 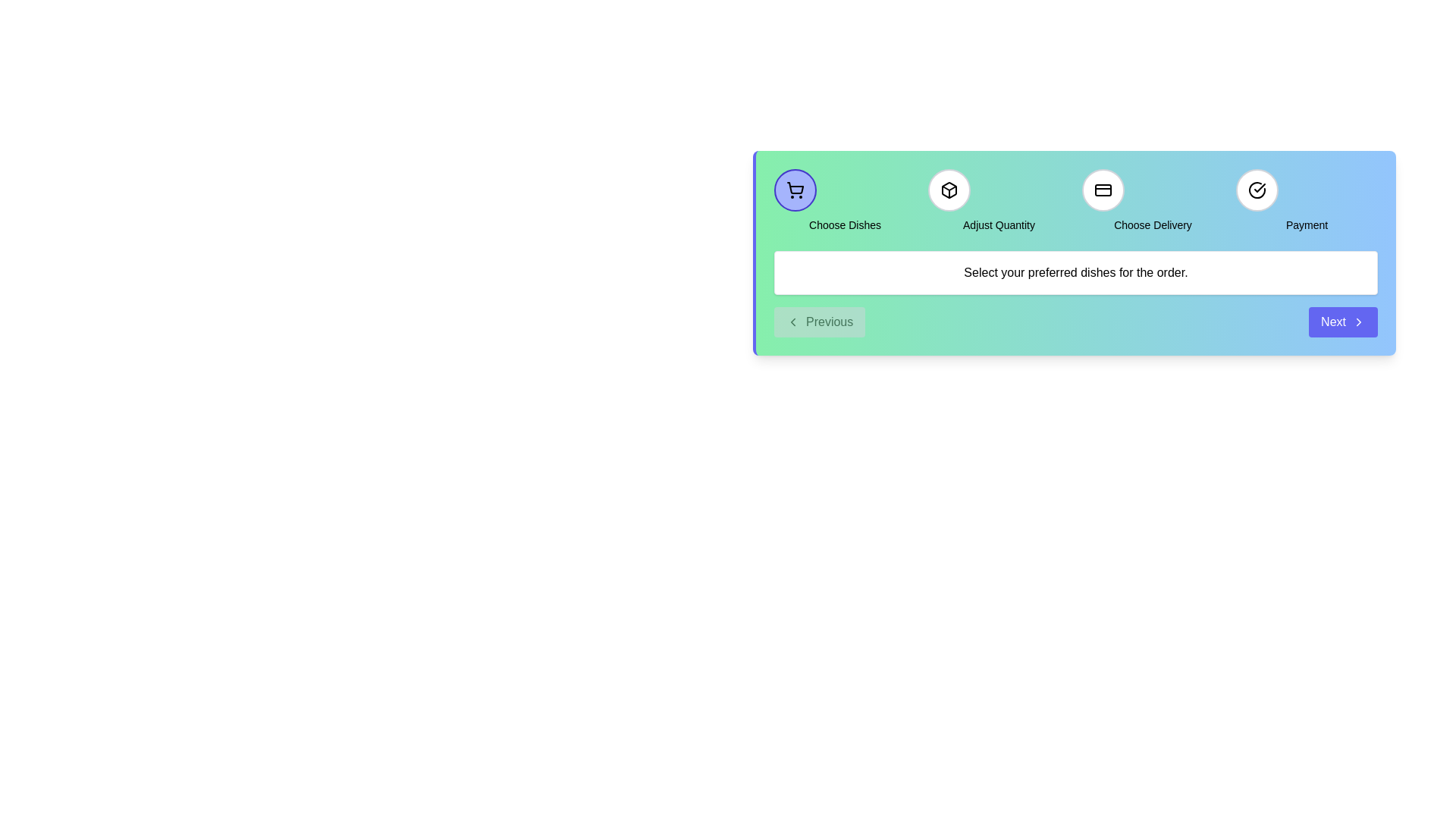 What do you see at coordinates (1257, 189) in the screenshot?
I see `the circular checkmark icon located in the fourth position of the top navigation bar, which serves as a confirmation or success indicator` at bounding box center [1257, 189].